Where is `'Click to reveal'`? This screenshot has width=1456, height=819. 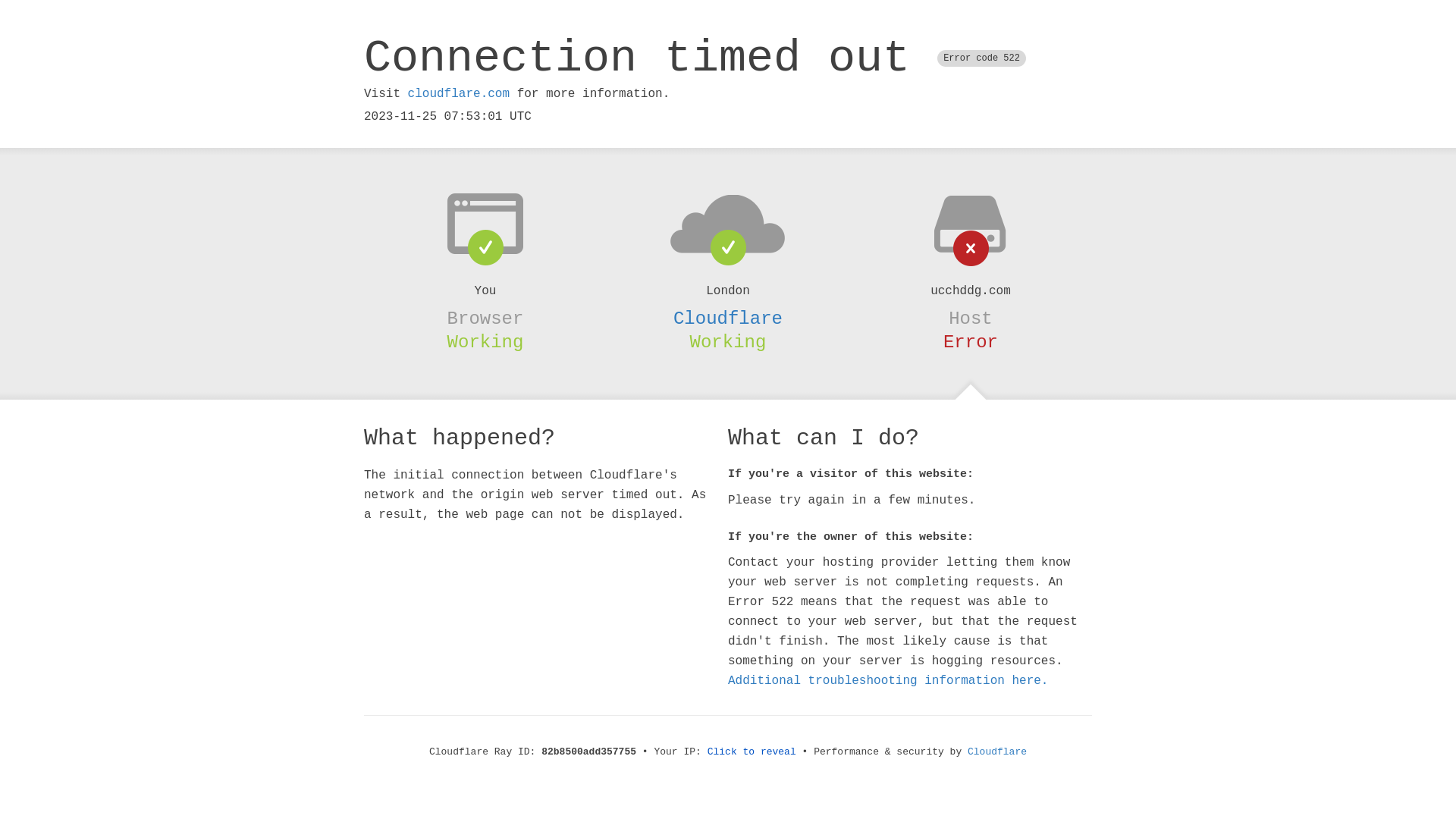
'Click to reveal' is located at coordinates (752, 752).